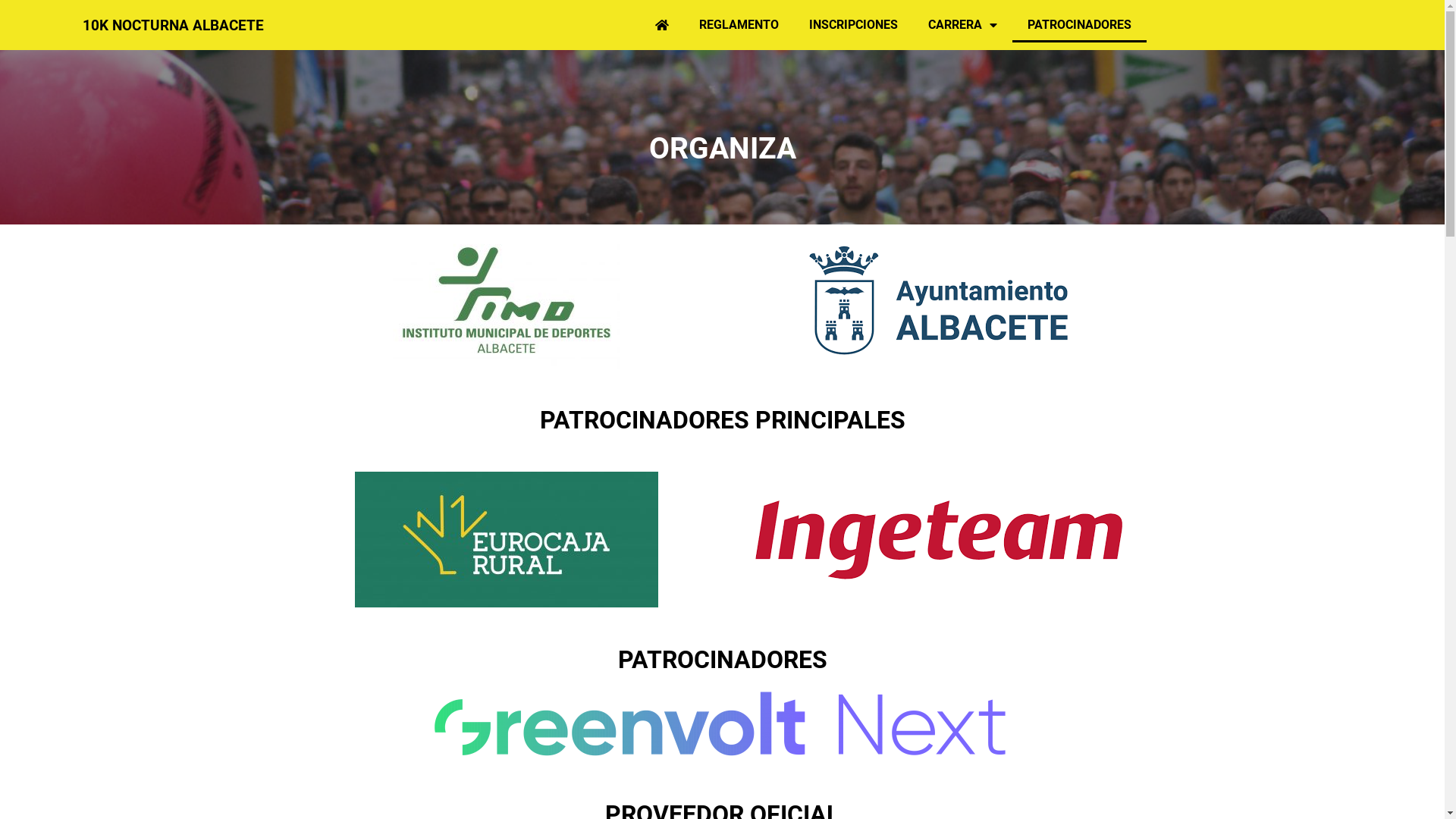 This screenshot has height=819, width=1456. Describe the element at coordinates (683, 25) in the screenshot. I see `'REGLAMENTO'` at that location.